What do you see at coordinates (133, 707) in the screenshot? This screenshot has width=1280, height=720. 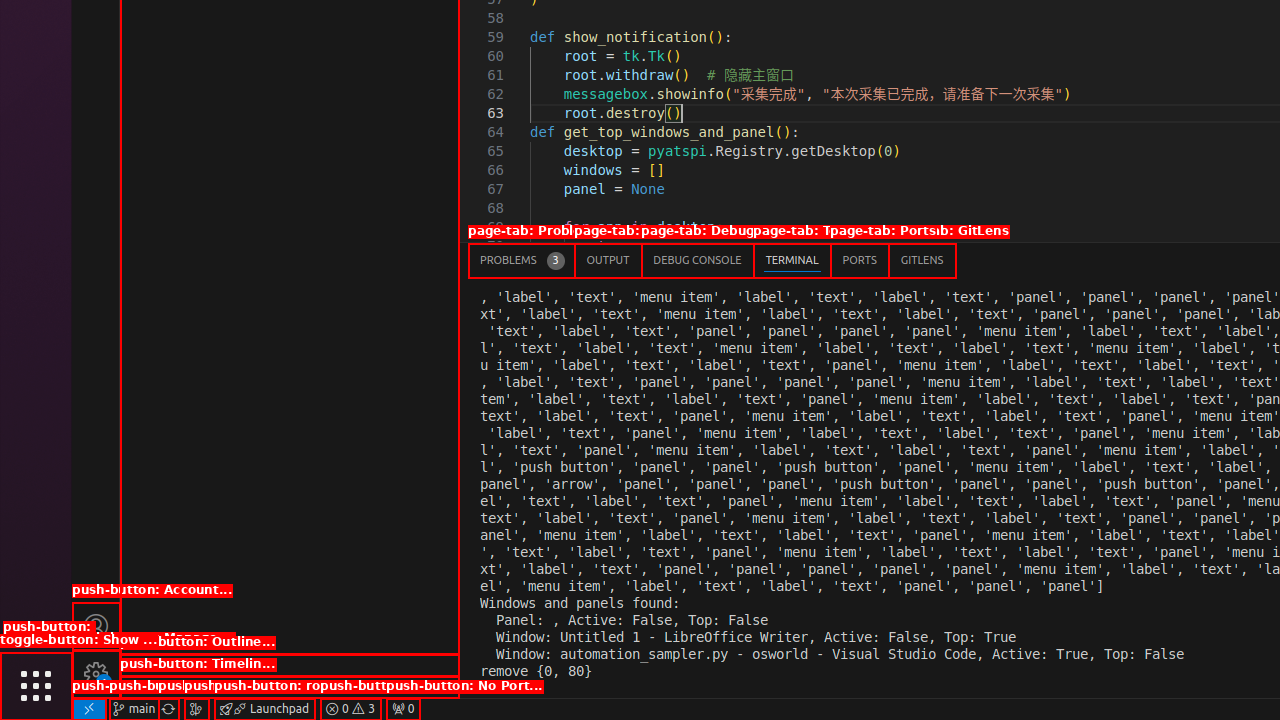 I see `'OSWorld (Git) - main, Checkout Branch/Tag...'` at bounding box center [133, 707].